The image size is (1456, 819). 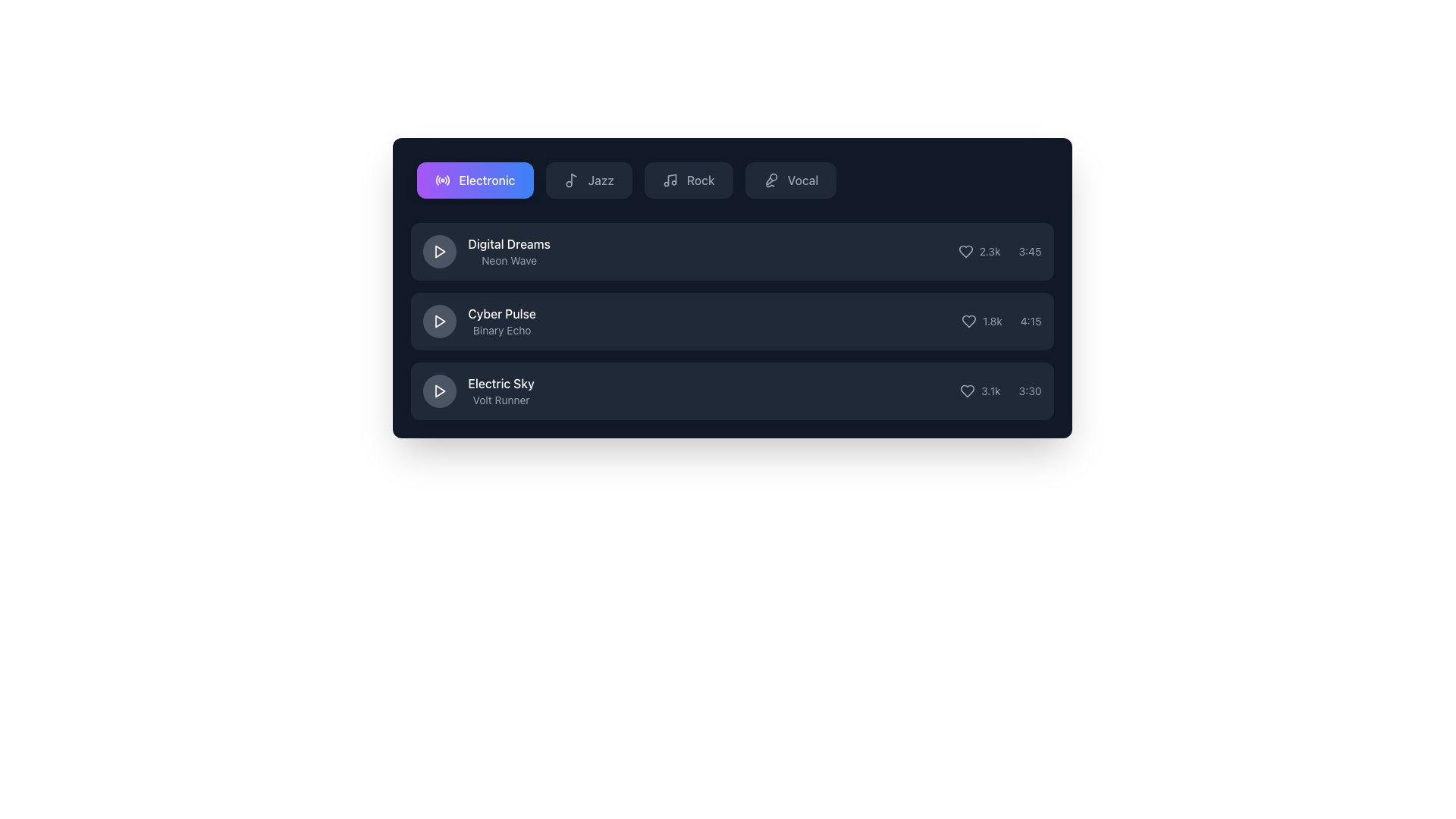 What do you see at coordinates (732, 321) in the screenshot?
I see `the second selectable list item in the playlist` at bounding box center [732, 321].